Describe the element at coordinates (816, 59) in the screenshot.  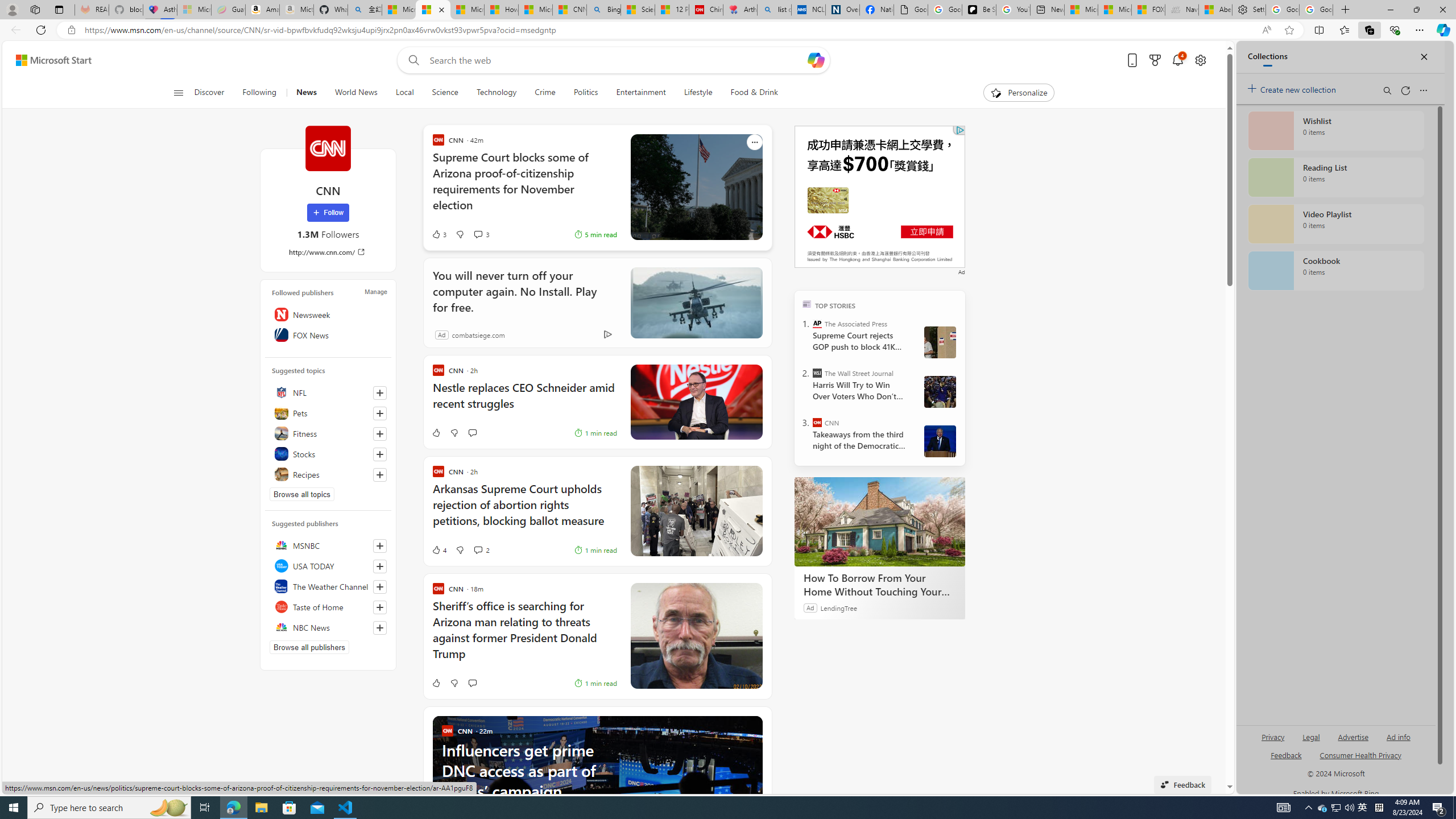
I see `'Open Copilot'` at that location.